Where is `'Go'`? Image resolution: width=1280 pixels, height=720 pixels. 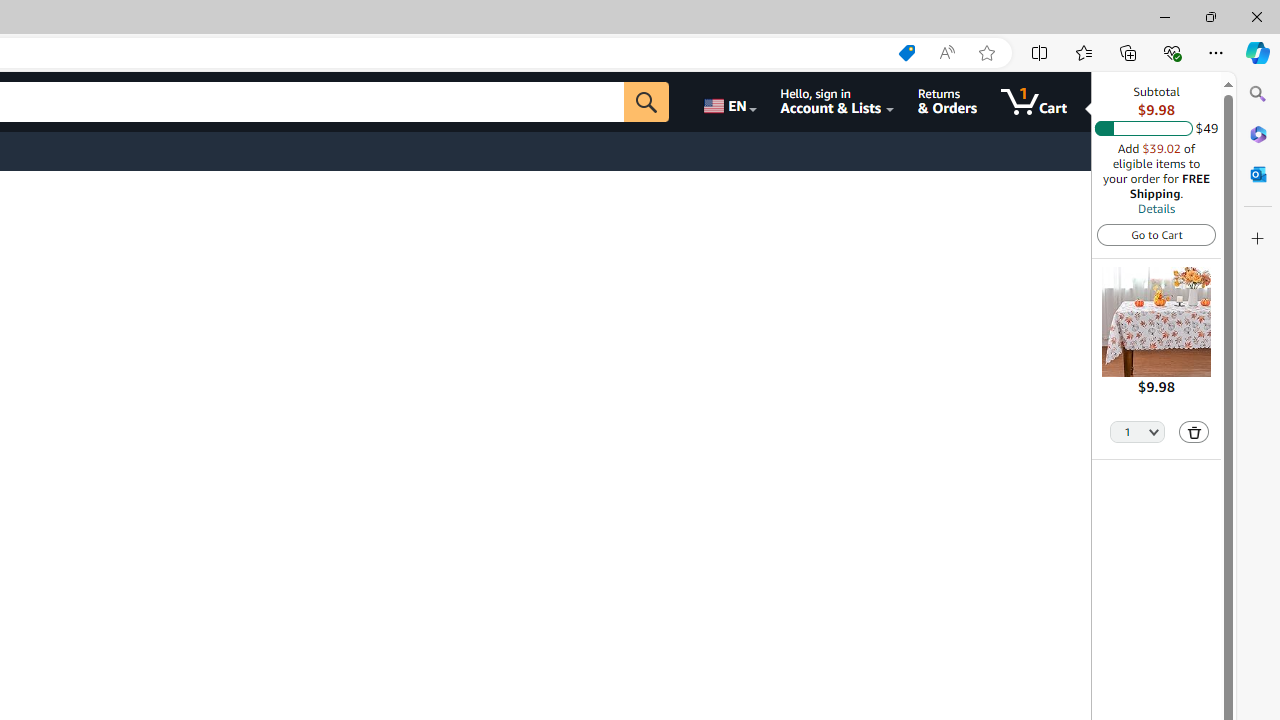
'Go' is located at coordinates (647, 101).